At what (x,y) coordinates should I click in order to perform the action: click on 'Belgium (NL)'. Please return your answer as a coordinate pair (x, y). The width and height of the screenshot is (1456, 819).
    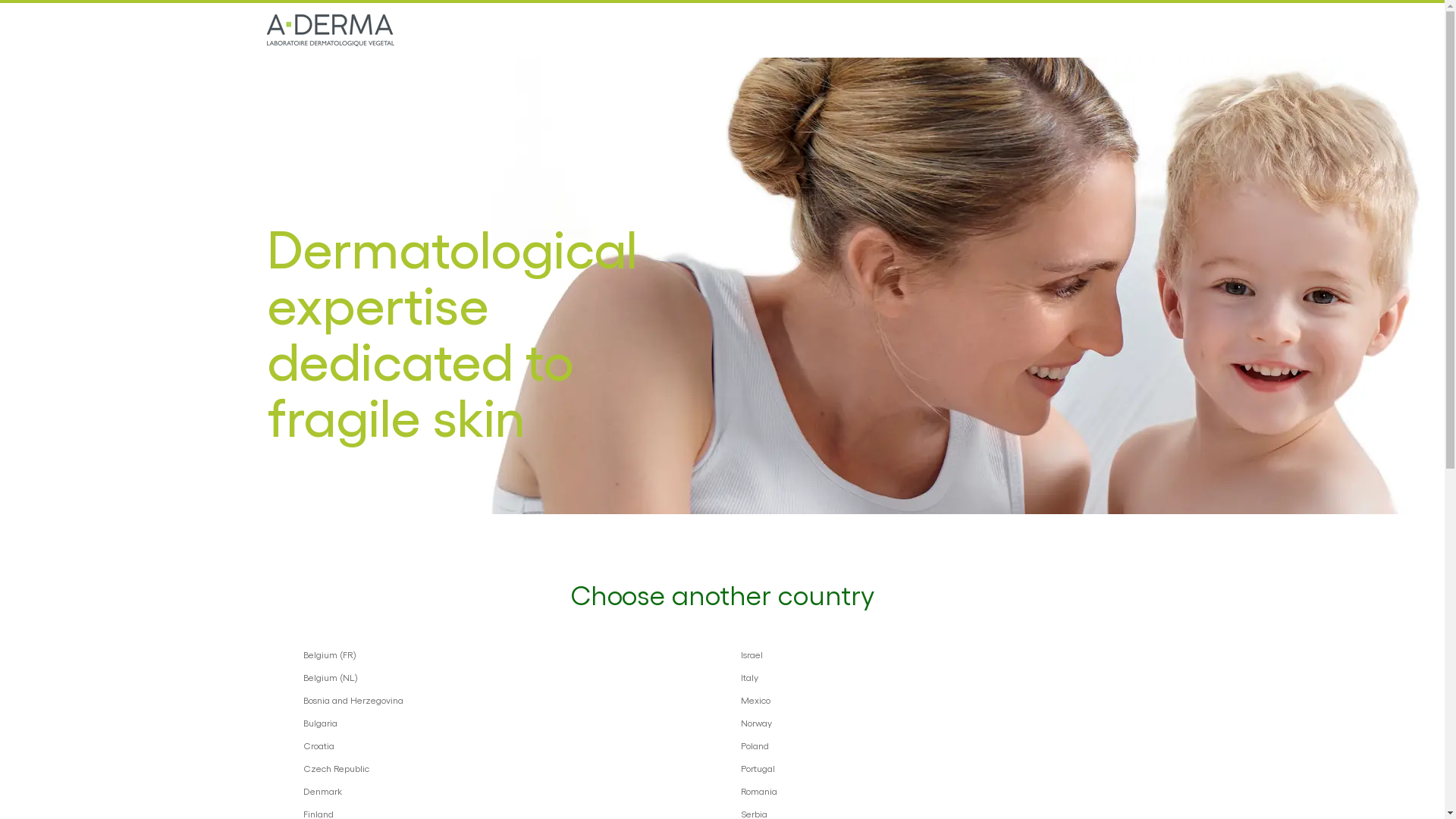
    Looking at the image, I should click on (303, 676).